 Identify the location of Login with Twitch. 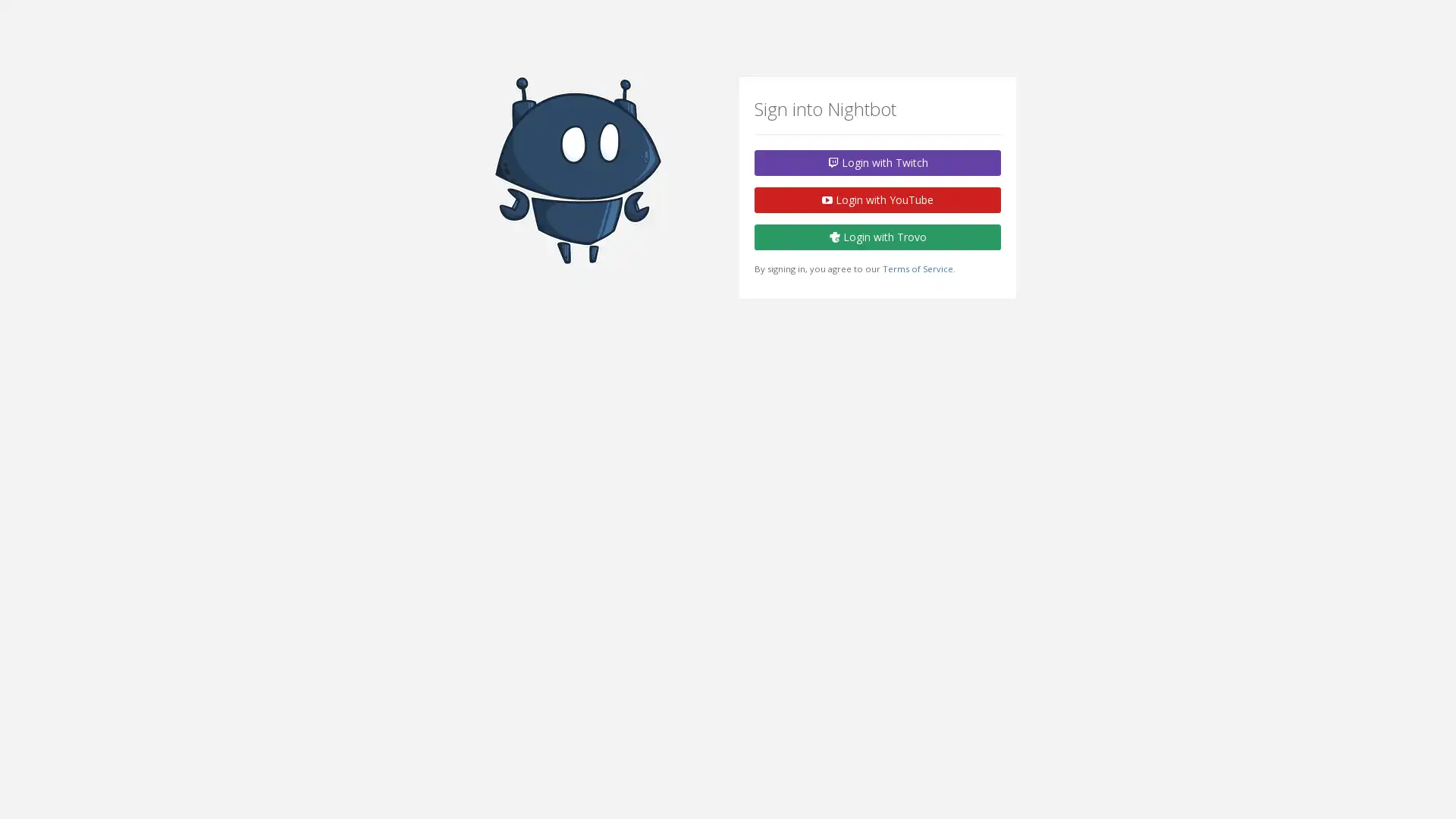
(877, 163).